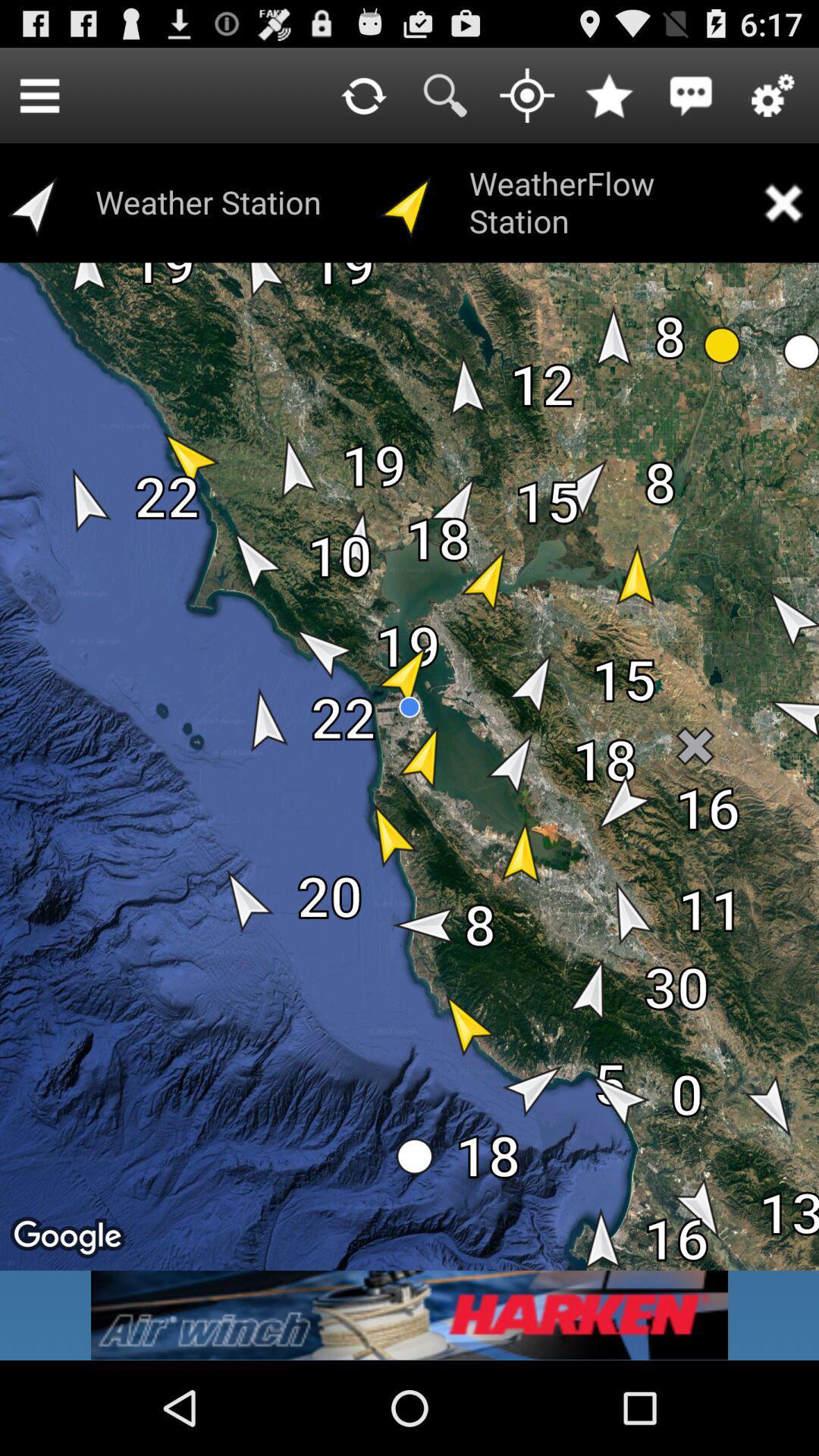 This screenshot has height=1456, width=819. Describe the element at coordinates (783, 202) in the screenshot. I see `removes the weatherflow station elements for the screen` at that location.